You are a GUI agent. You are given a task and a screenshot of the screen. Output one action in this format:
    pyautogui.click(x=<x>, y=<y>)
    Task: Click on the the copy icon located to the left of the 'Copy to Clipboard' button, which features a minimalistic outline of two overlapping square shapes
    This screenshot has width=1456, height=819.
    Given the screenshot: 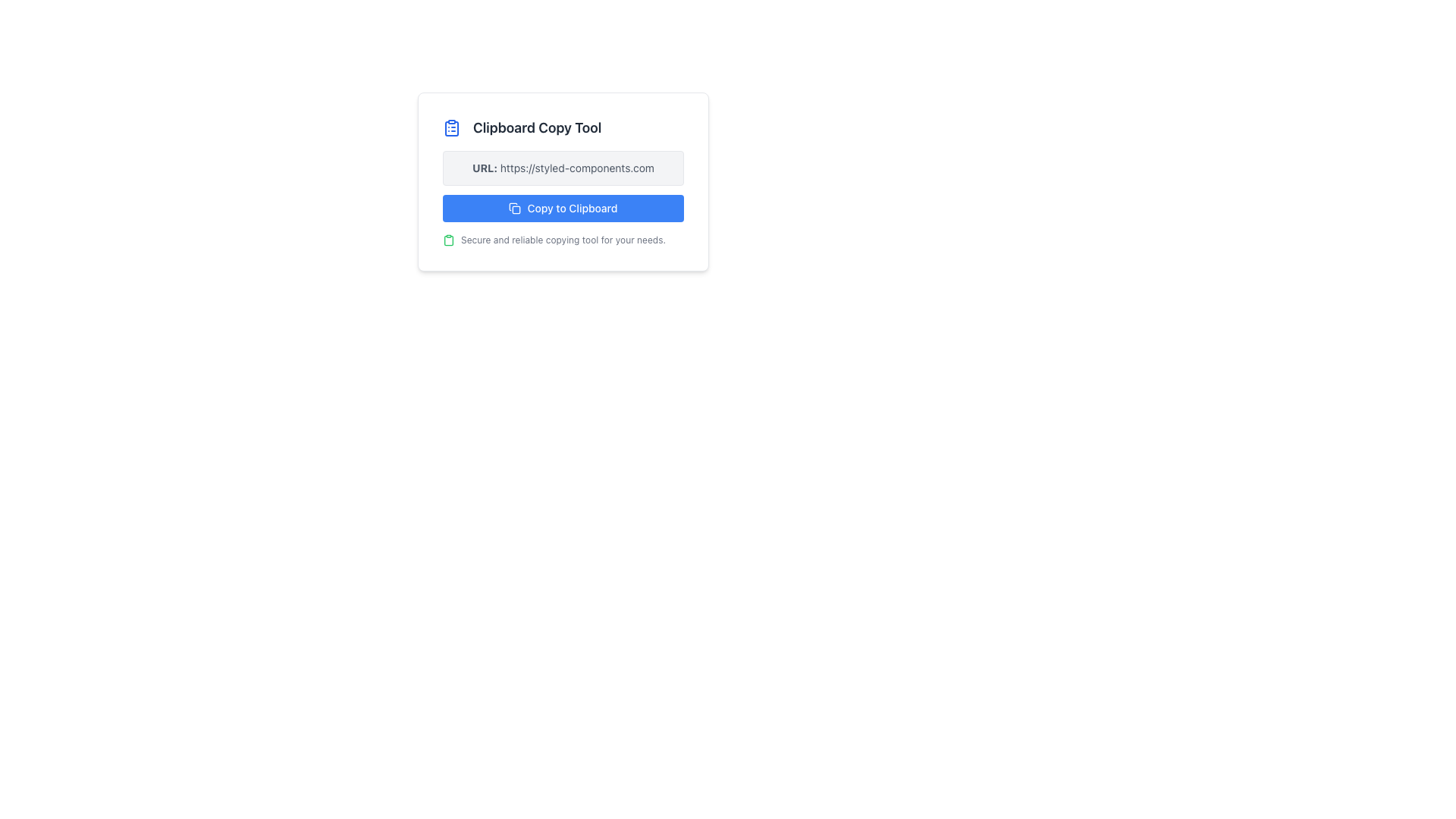 What is the action you would take?
    pyautogui.click(x=515, y=208)
    